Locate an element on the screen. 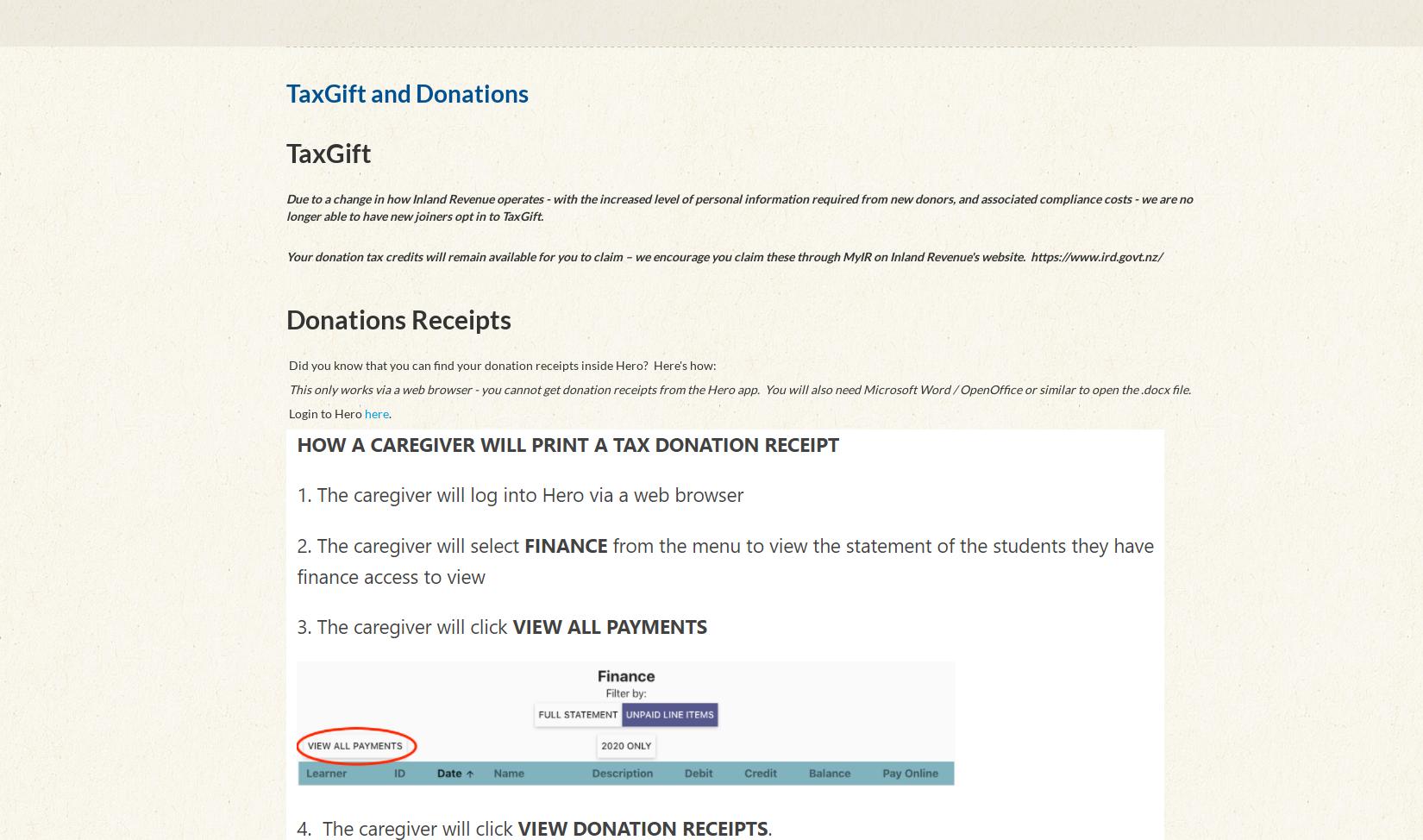 The height and width of the screenshot is (840, 1423). 'Login to Hero' is located at coordinates (285, 412).